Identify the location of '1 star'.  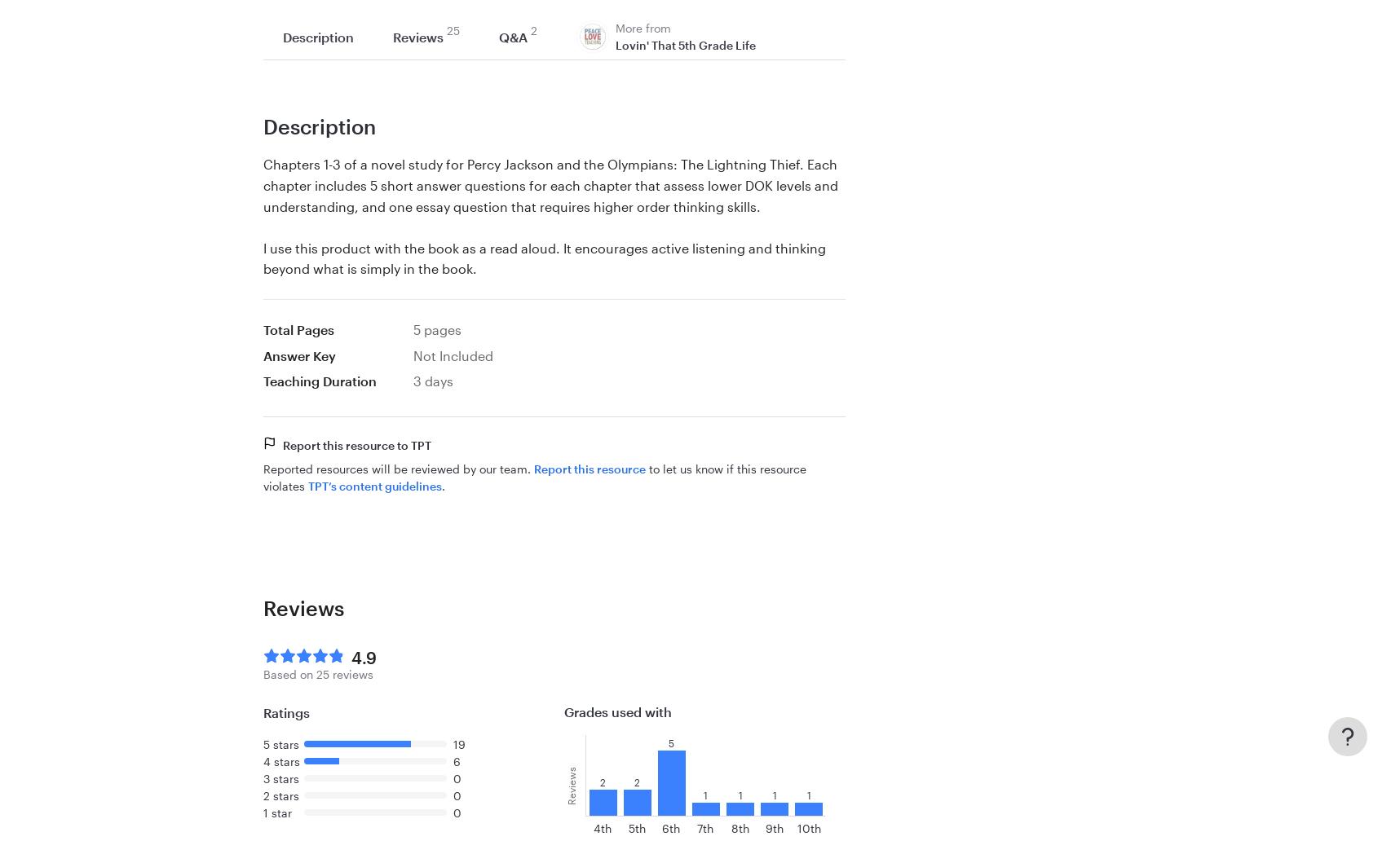
(276, 812).